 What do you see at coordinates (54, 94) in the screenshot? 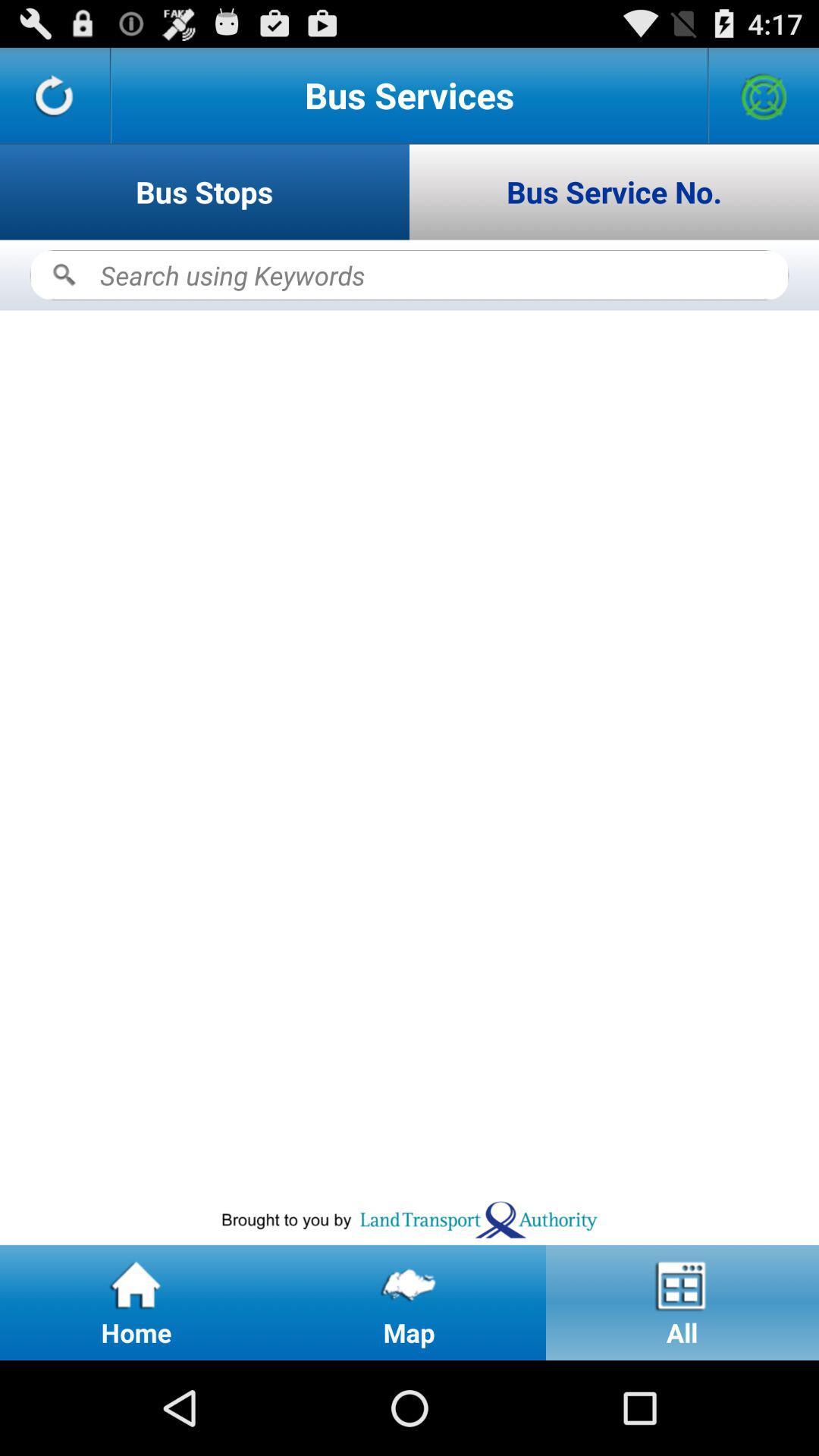
I see `refresh the bus stops list` at bounding box center [54, 94].